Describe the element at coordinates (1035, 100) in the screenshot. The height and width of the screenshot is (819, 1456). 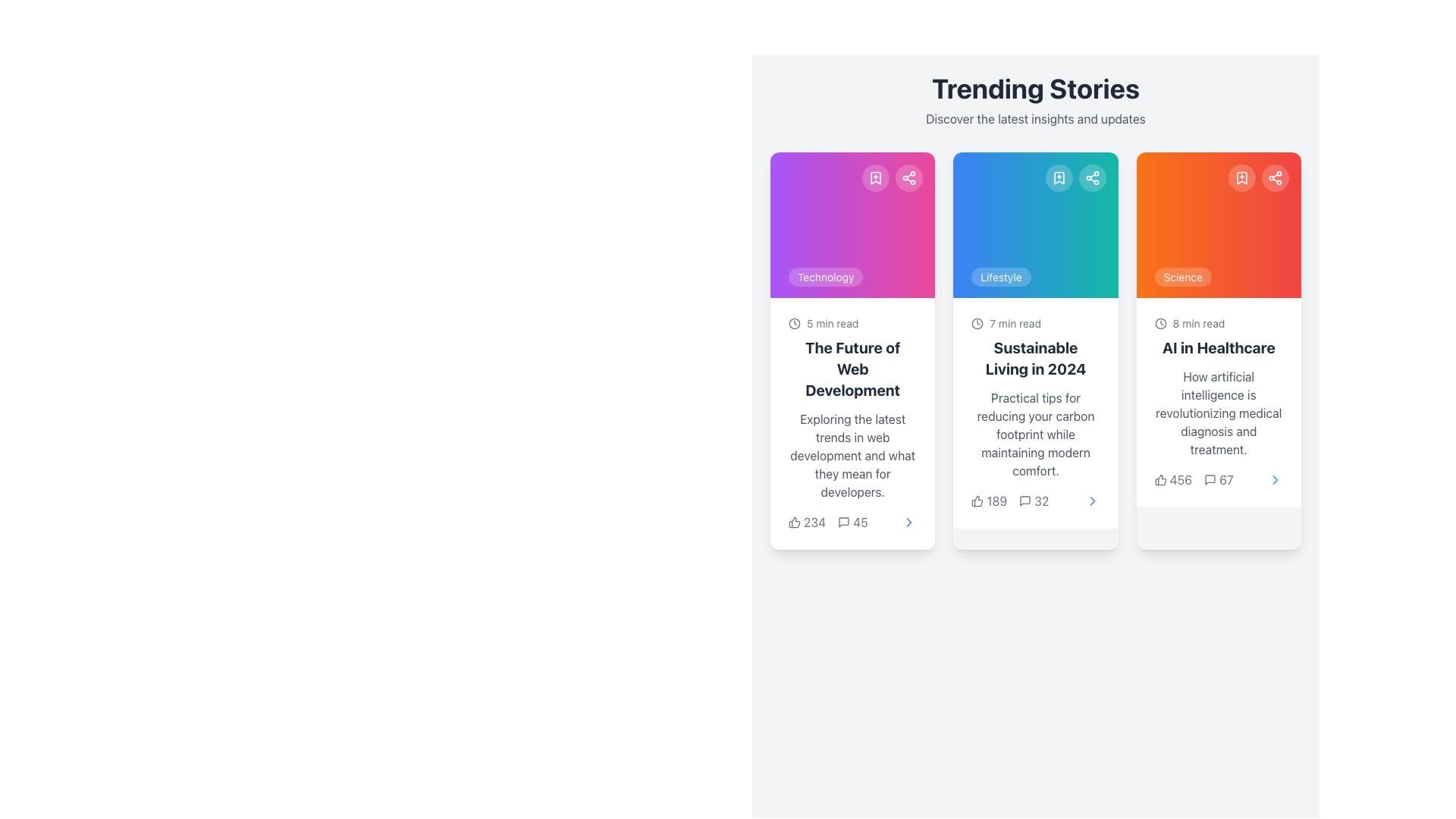
I see `text content of the 'Trending Stories' heading and subtitle element, which is centrally positioned at the top of the layout` at that location.